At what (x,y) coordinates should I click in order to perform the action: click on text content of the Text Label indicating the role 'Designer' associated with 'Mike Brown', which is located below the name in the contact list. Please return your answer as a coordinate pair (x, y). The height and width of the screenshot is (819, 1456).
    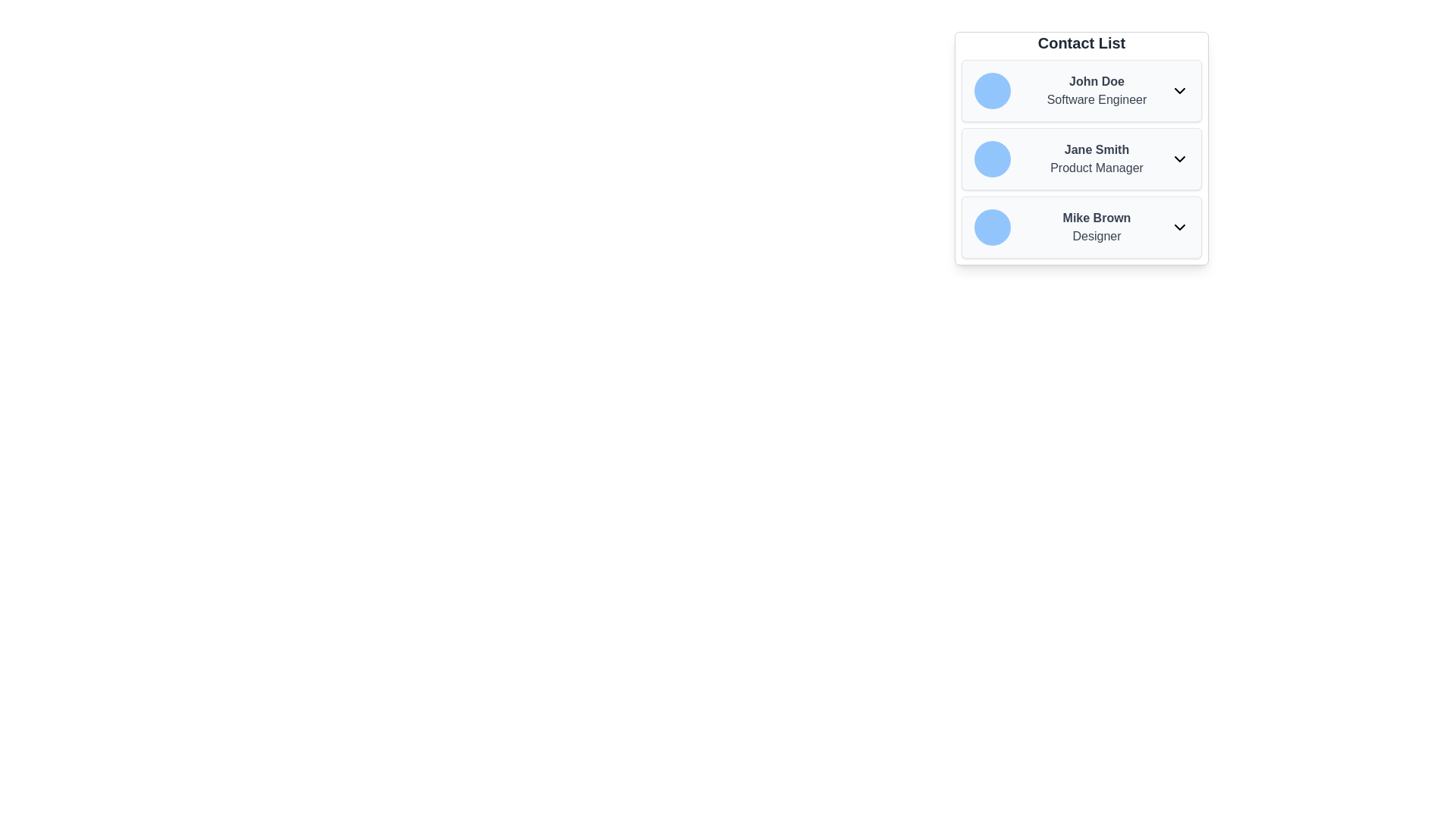
    Looking at the image, I should click on (1097, 237).